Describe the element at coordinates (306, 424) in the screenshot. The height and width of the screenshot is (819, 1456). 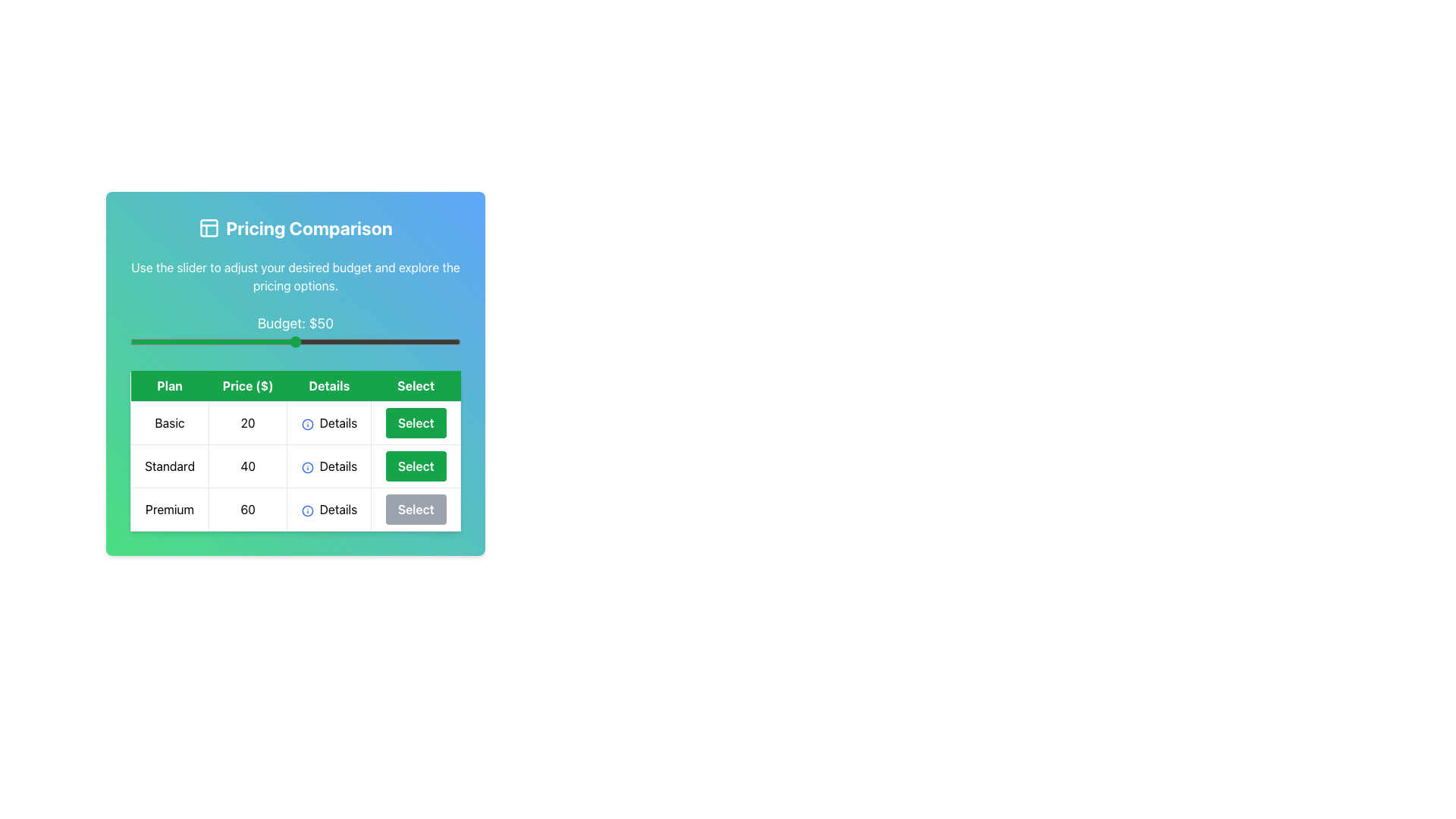
I see `the icon in the 'Details' column of the pricing table under the 'Basic' row to potentially display additional information or details` at that location.